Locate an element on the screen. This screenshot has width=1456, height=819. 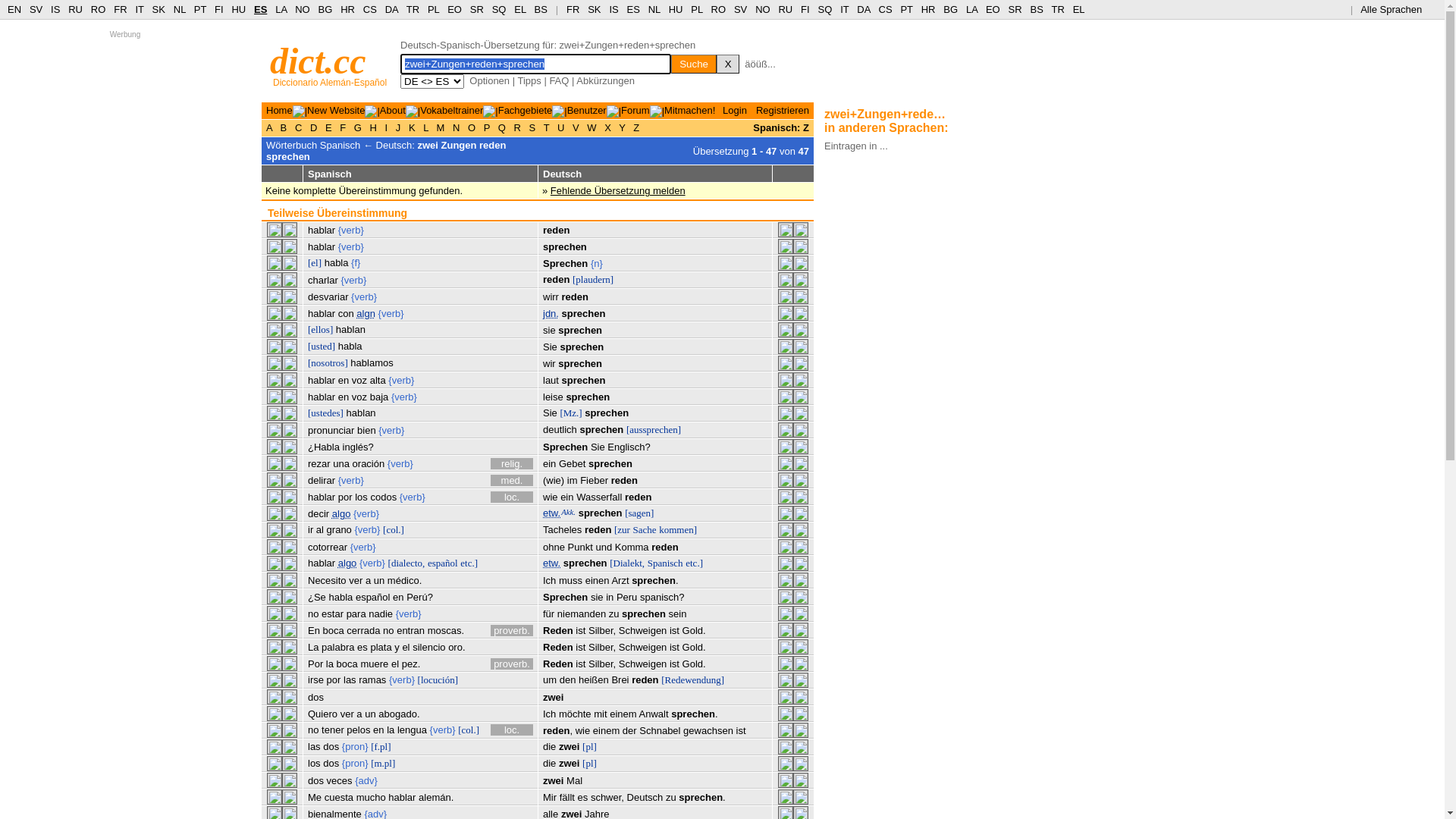
'B' is located at coordinates (277, 127).